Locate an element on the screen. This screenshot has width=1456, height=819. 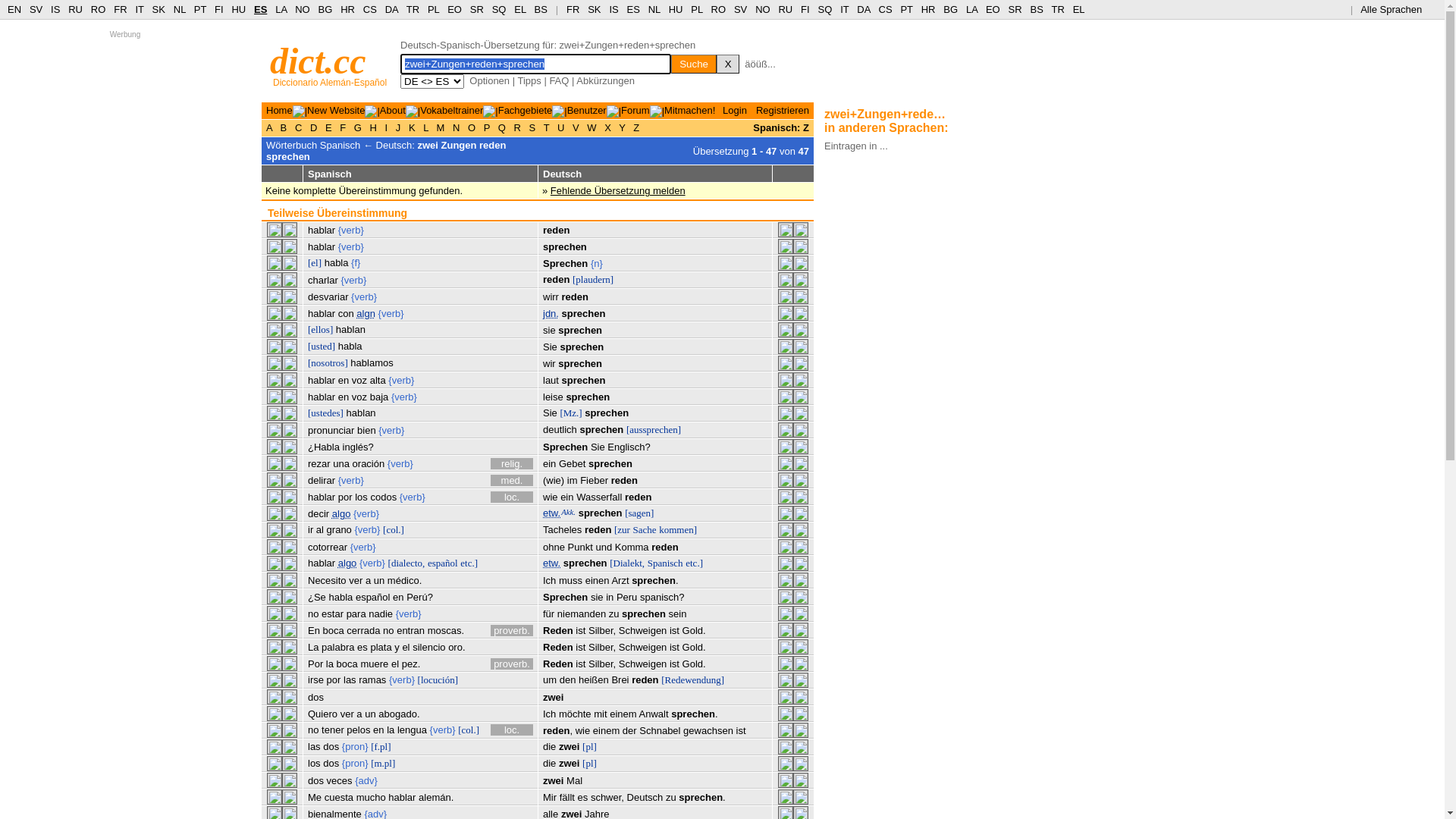
'B' is located at coordinates (277, 127).